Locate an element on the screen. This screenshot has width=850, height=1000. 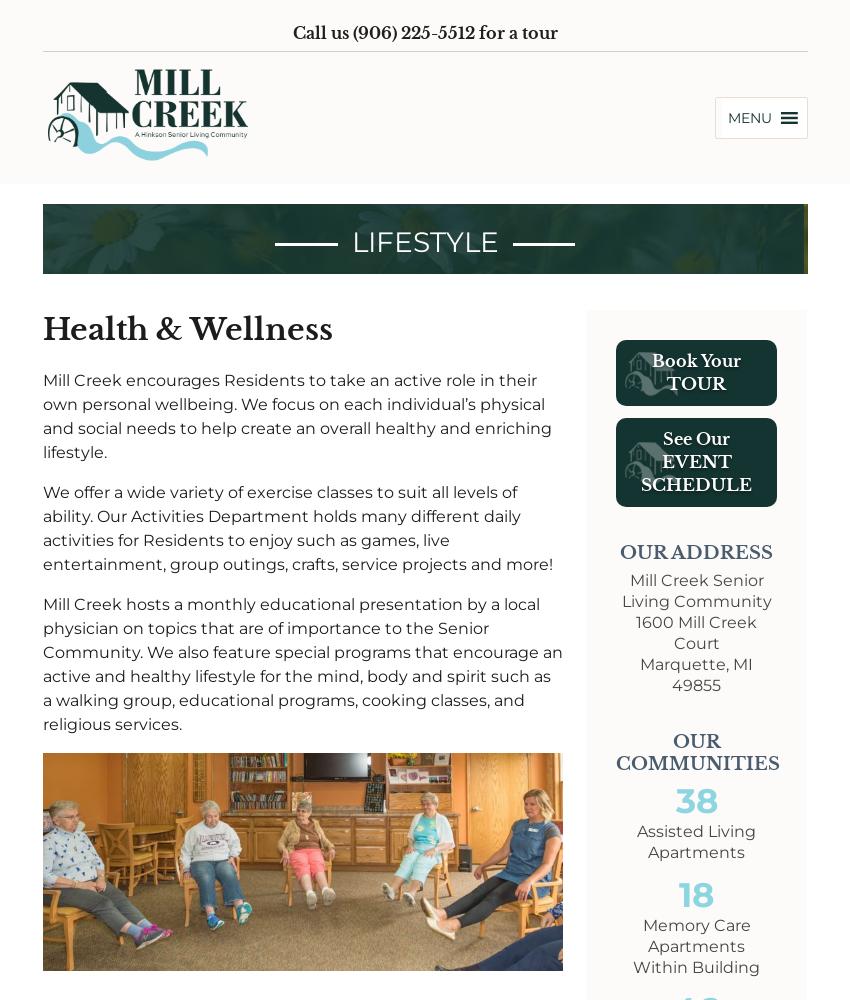
'18' is located at coordinates (695, 894).